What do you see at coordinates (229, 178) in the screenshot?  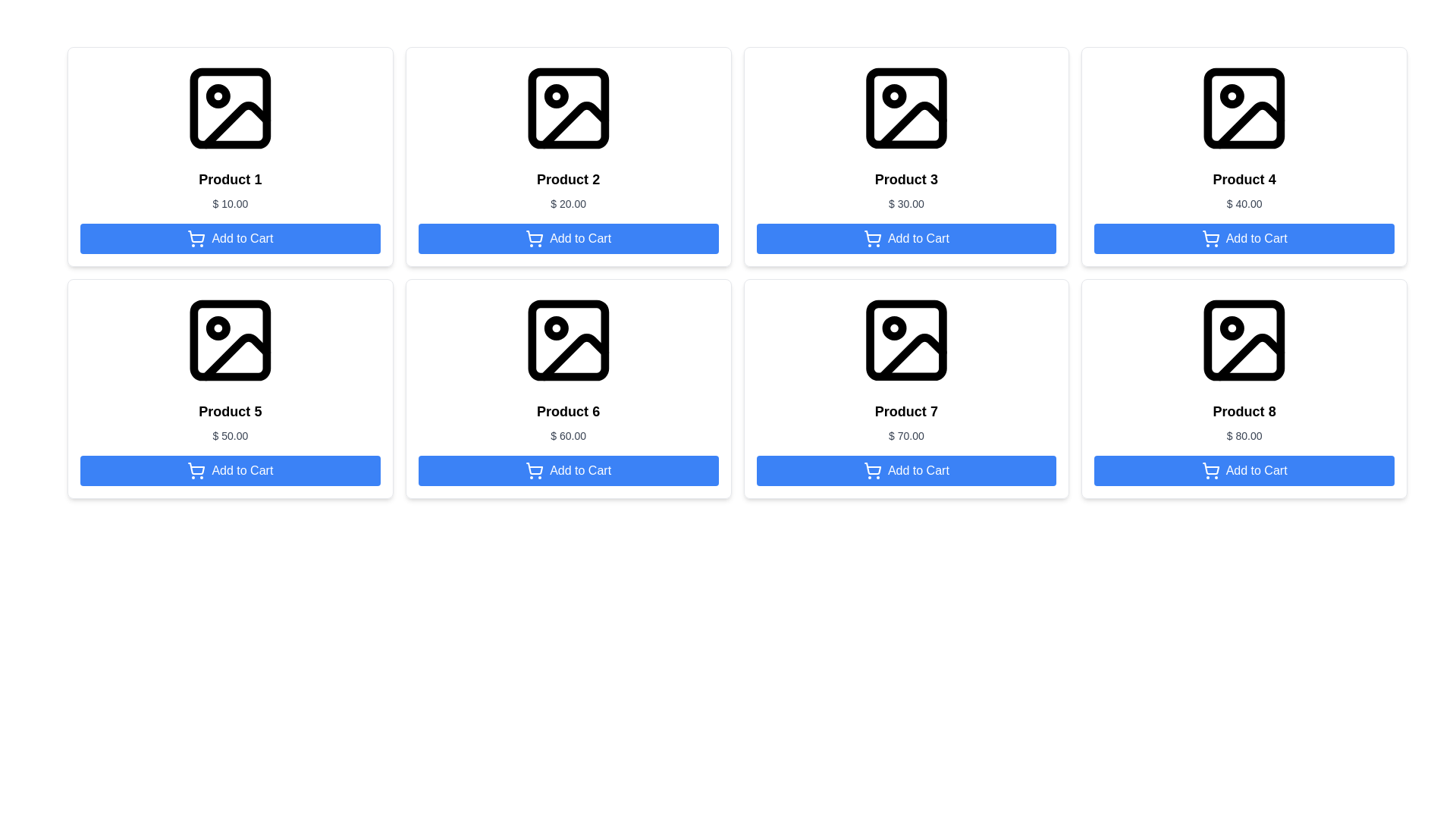 I see `text label displaying 'Product 1', which is located at the top-left corner of the card layout, positioned beneath the image placeholder` at bounding box center [229, 178].